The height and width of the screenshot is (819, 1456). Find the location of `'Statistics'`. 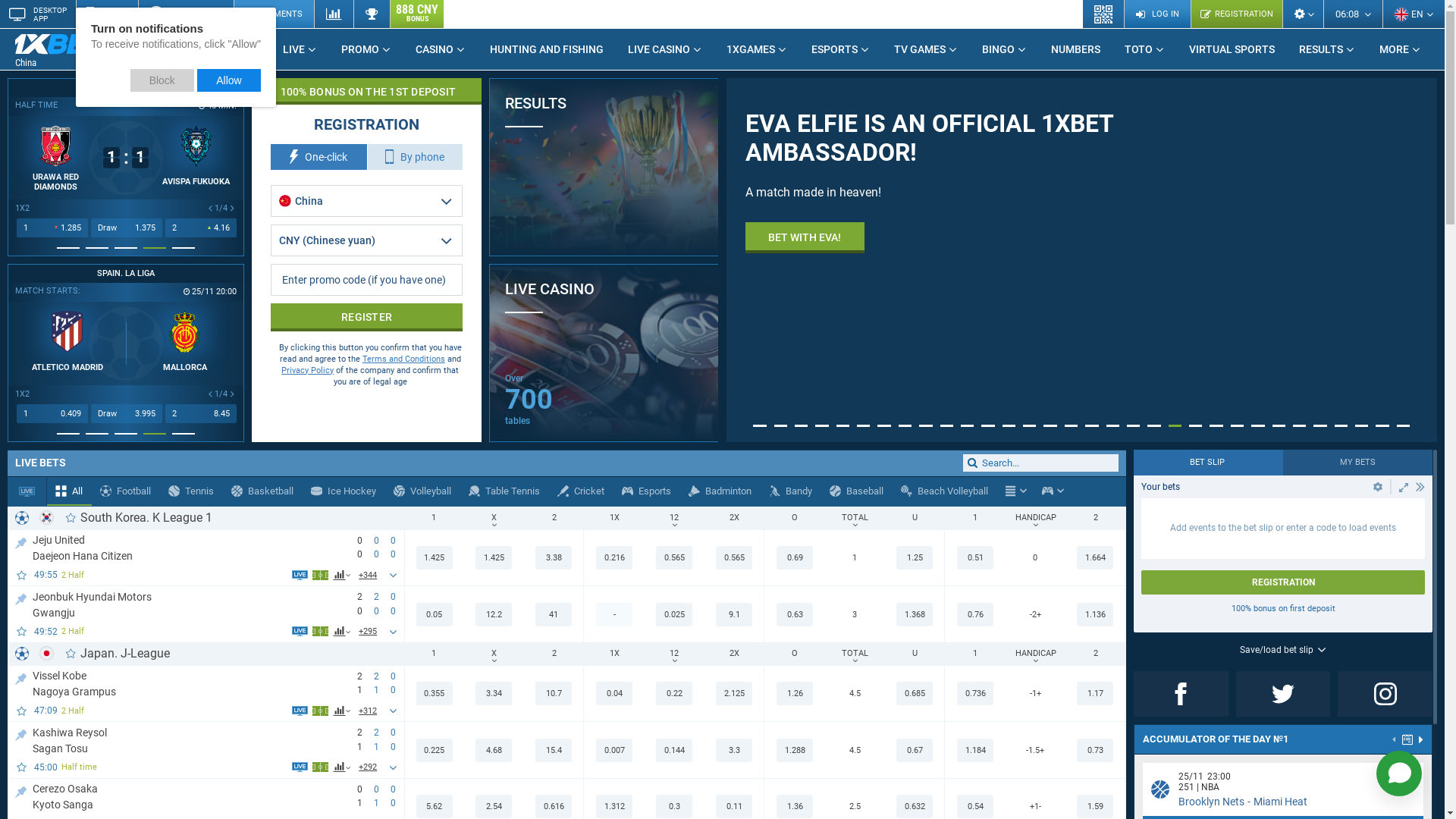

'Statistics' is located at coordinates (333, 14).